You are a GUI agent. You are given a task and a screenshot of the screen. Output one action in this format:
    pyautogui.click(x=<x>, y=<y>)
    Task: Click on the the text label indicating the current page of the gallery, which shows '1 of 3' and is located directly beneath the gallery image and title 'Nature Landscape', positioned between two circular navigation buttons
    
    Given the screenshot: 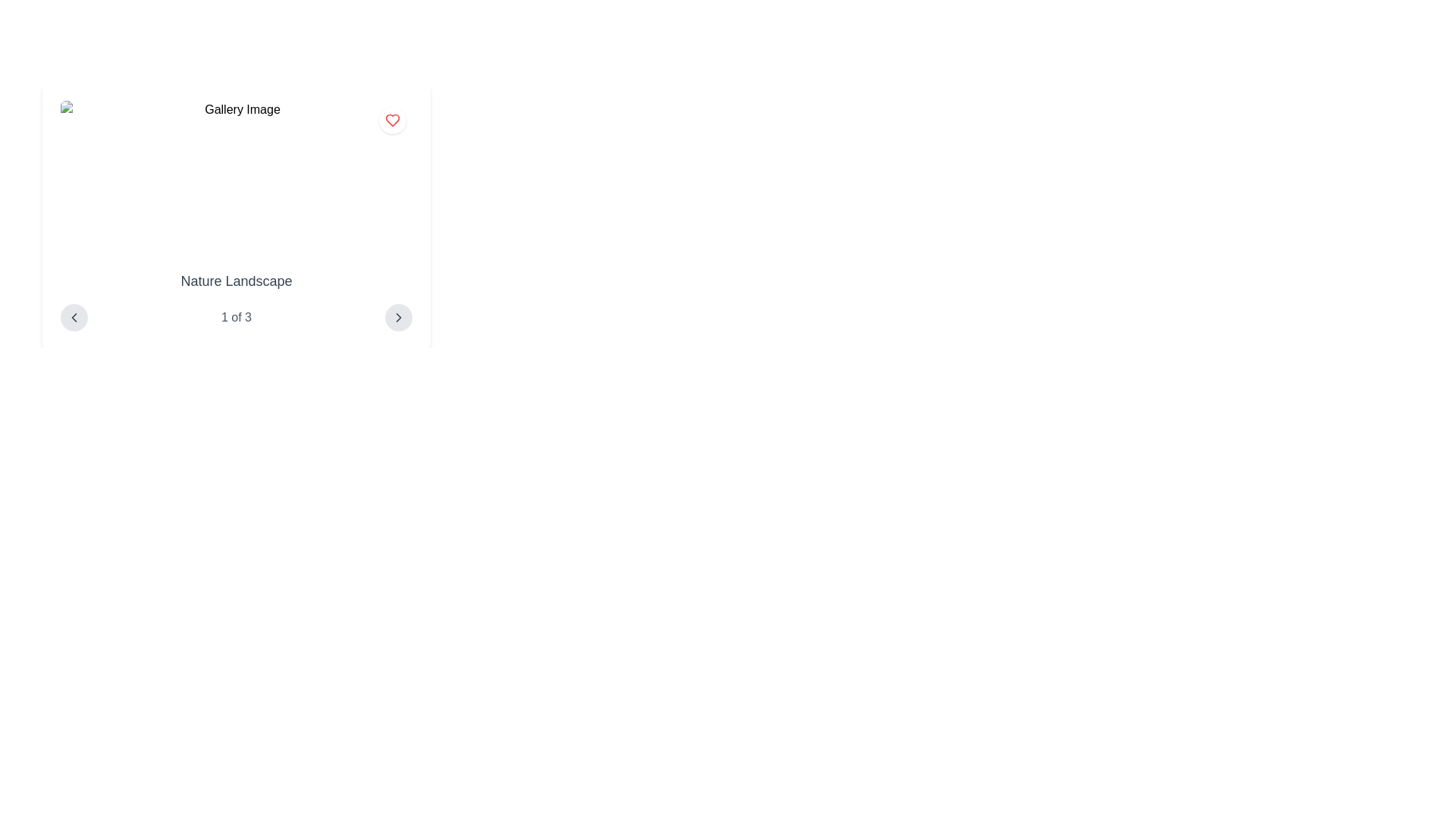 What is the action you would take?
    pyautogui.click(x=236, y=317)
    